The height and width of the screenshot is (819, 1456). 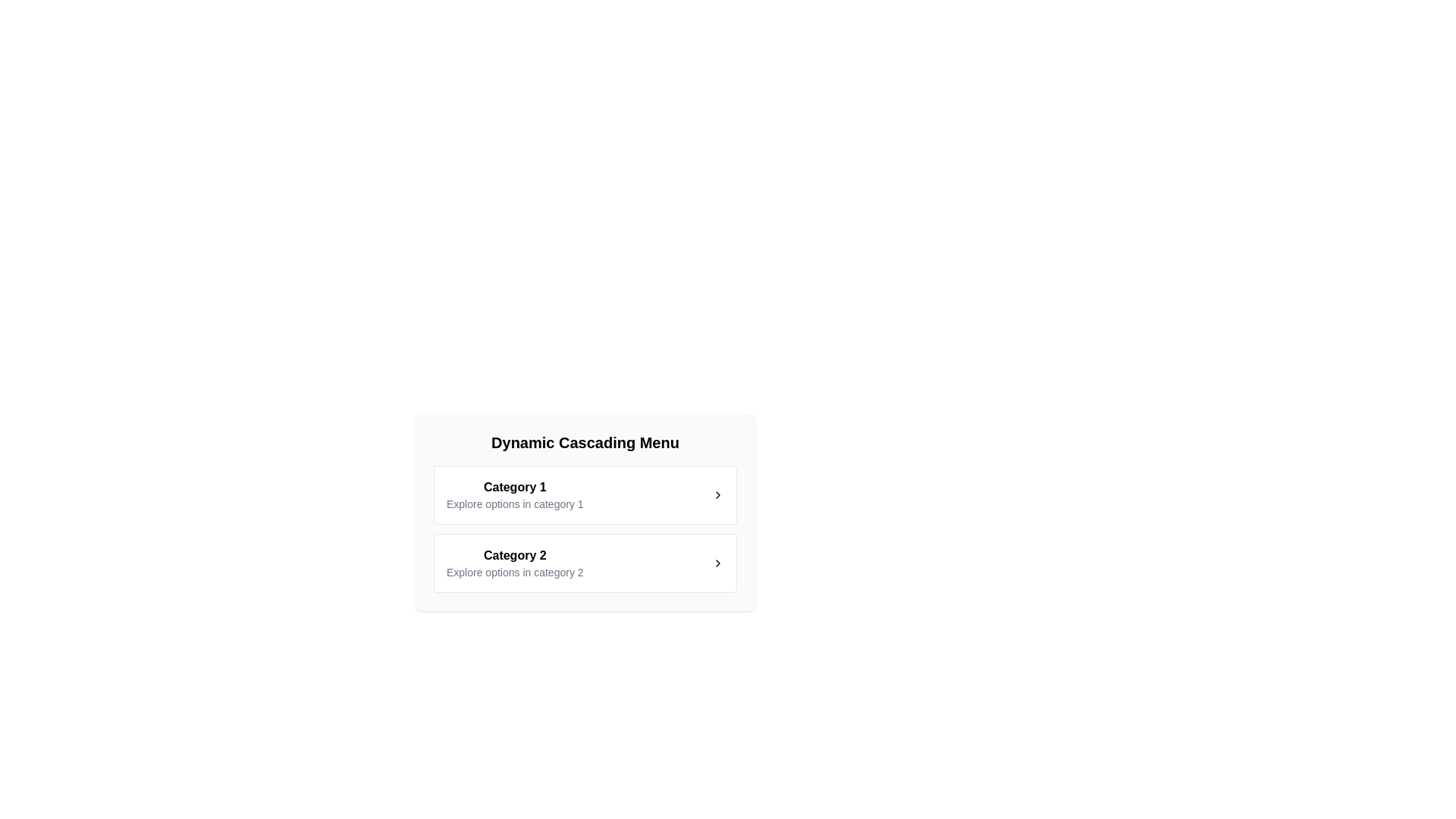 What do you see at coordinates (515, 573) in the screenshot?
I see `the text label that reads 'Explore options in category 2', which is styled in small gray font and located directly below 'Category 2' in the second category section of the dynamic cascading menu` at bounding box center [515, 573].